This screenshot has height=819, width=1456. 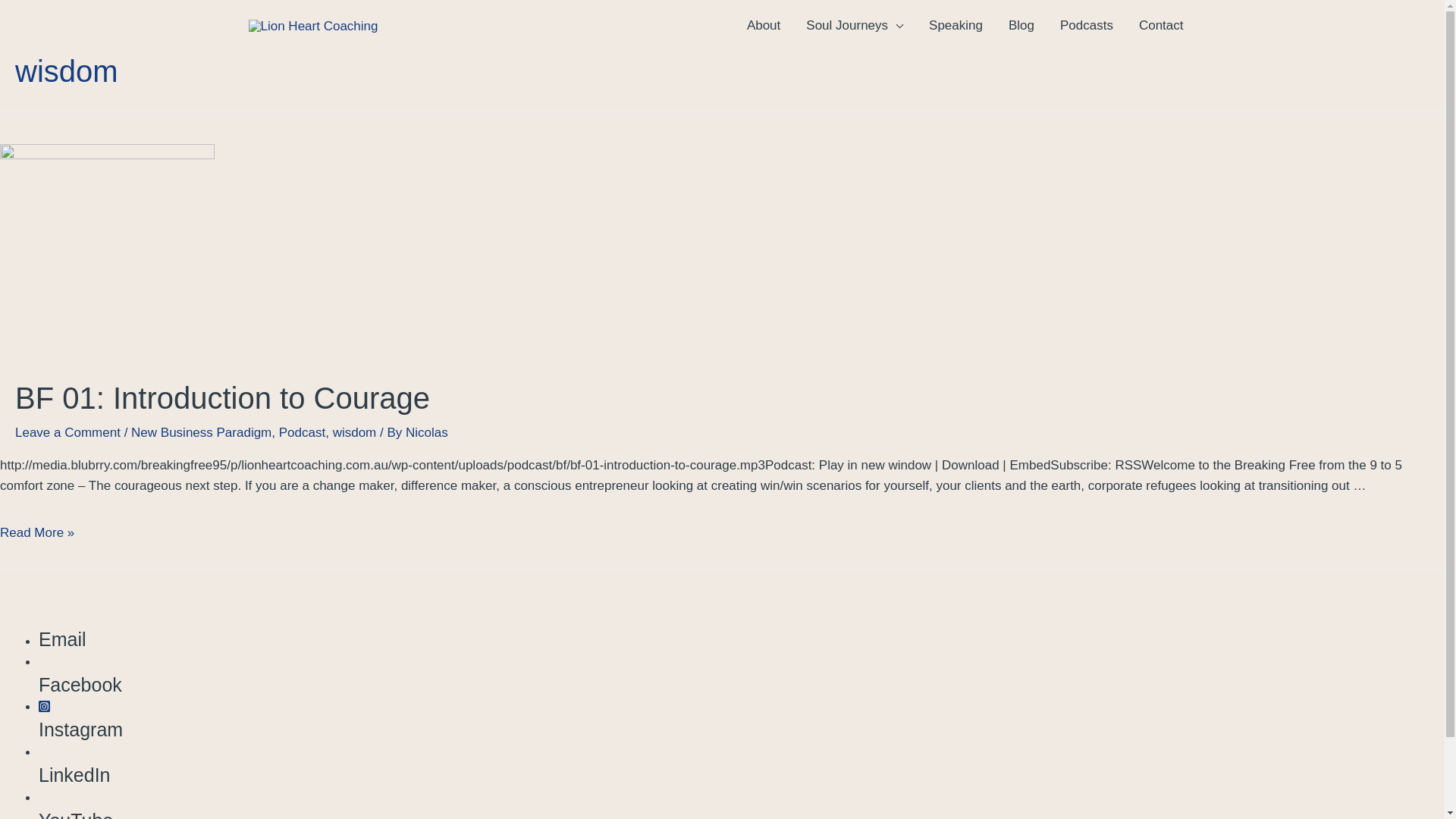 I want to click on 'Contact', so click(x=1160, y=26).